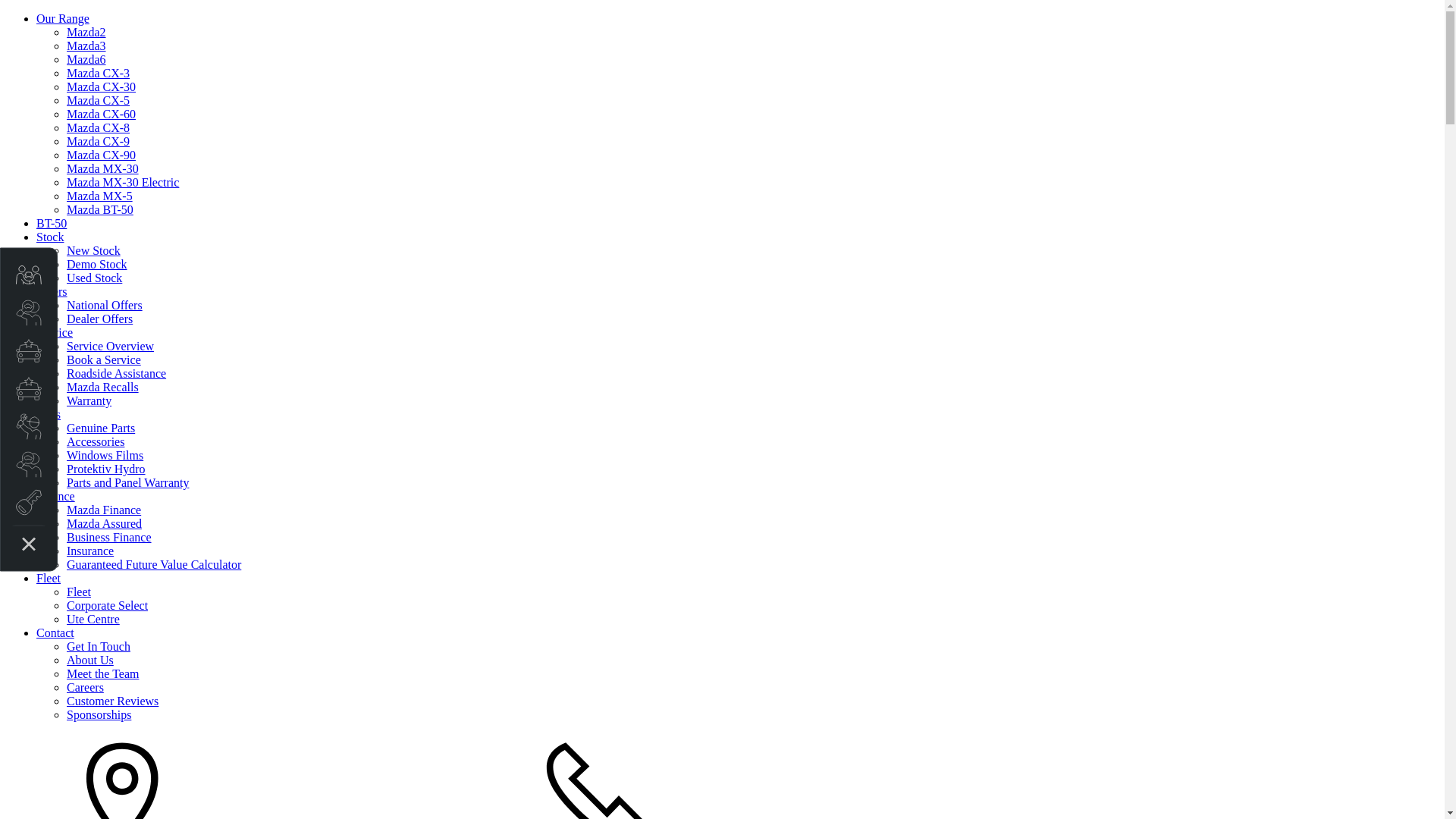  Describe the element at coordinates (123, 181) in the screenshot. I see `'Mazda MX-30 Electric'` at that location.